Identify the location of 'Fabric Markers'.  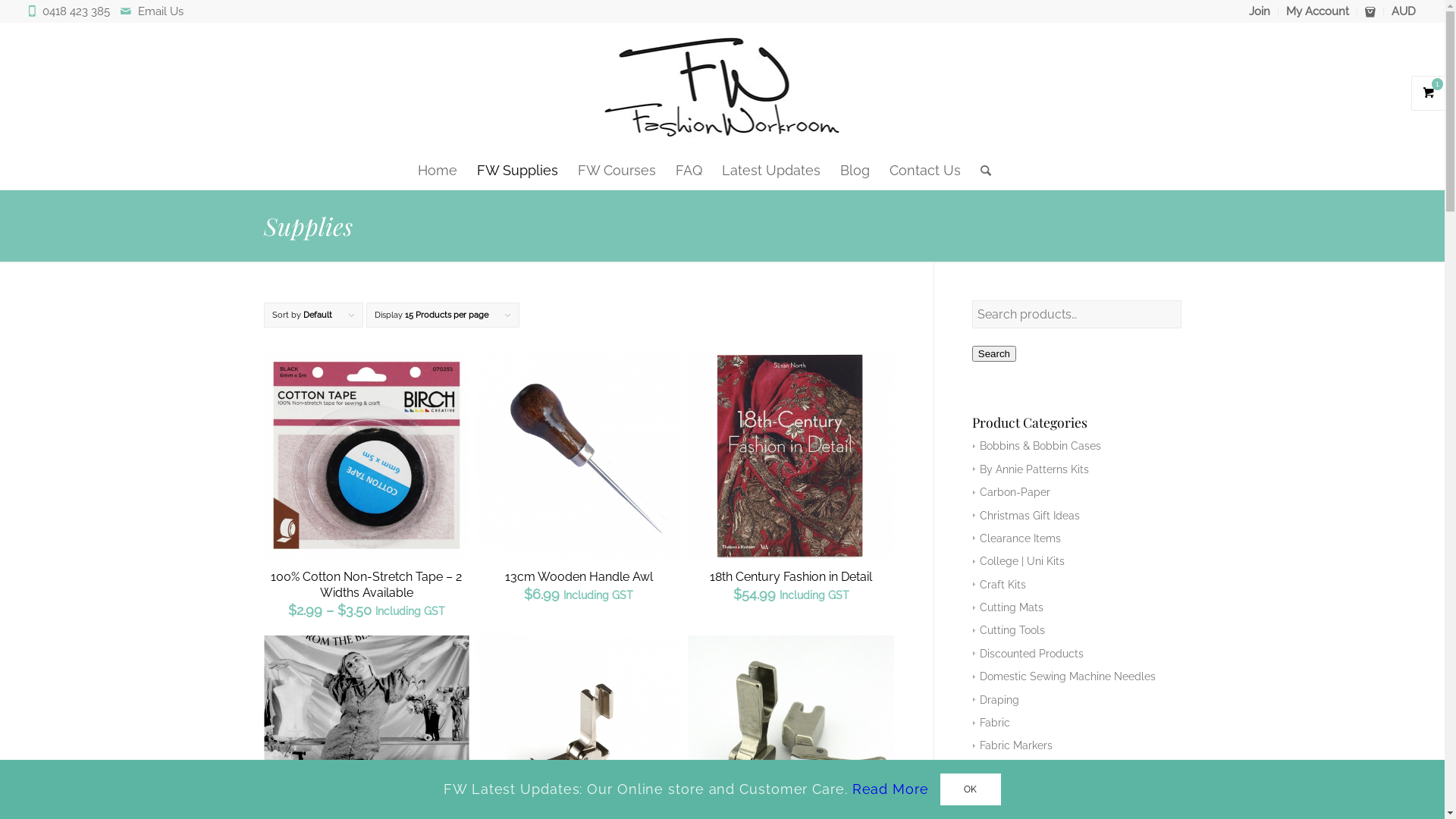
(1012, 745).